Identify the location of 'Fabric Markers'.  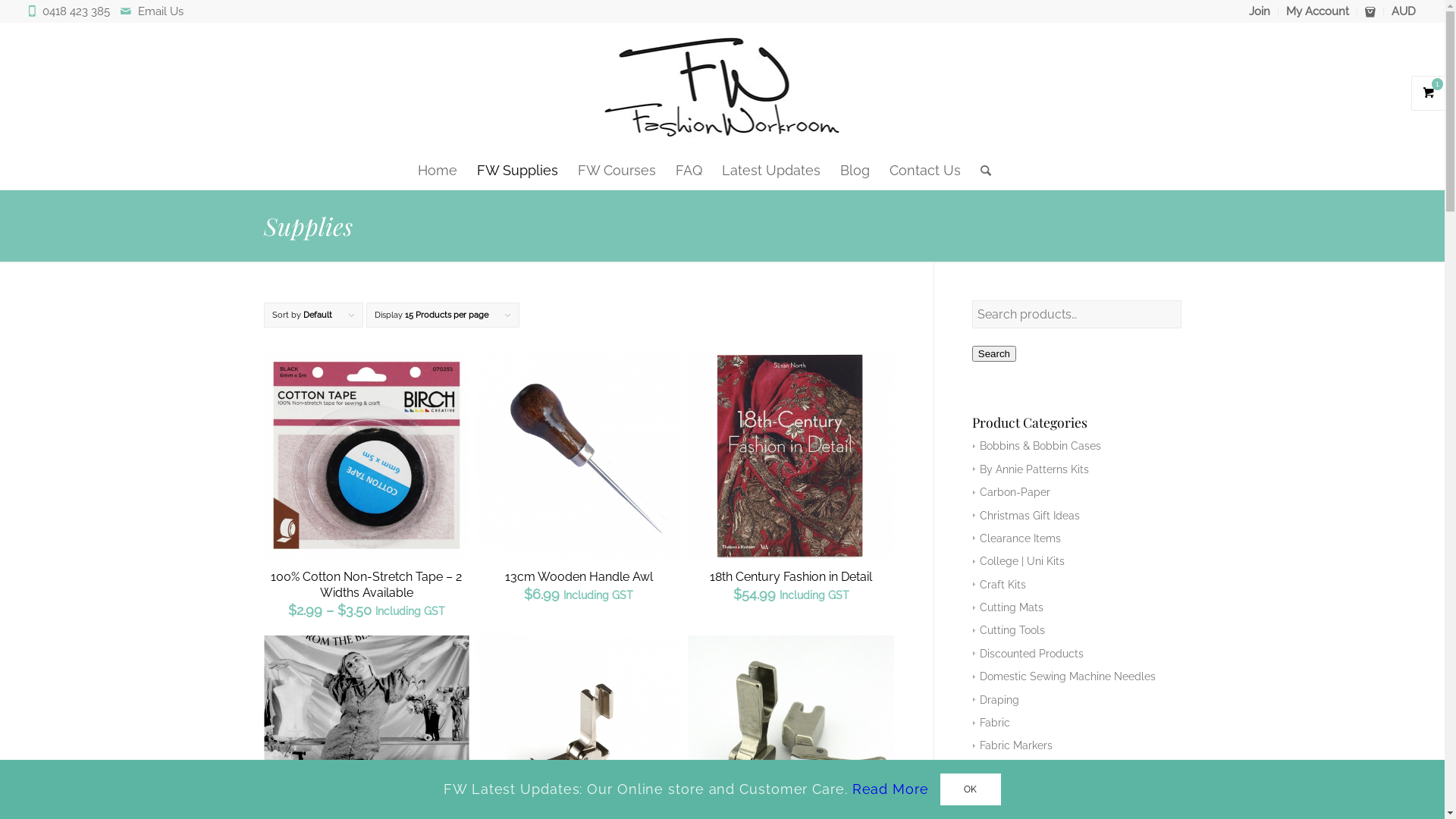
(1012, 745).